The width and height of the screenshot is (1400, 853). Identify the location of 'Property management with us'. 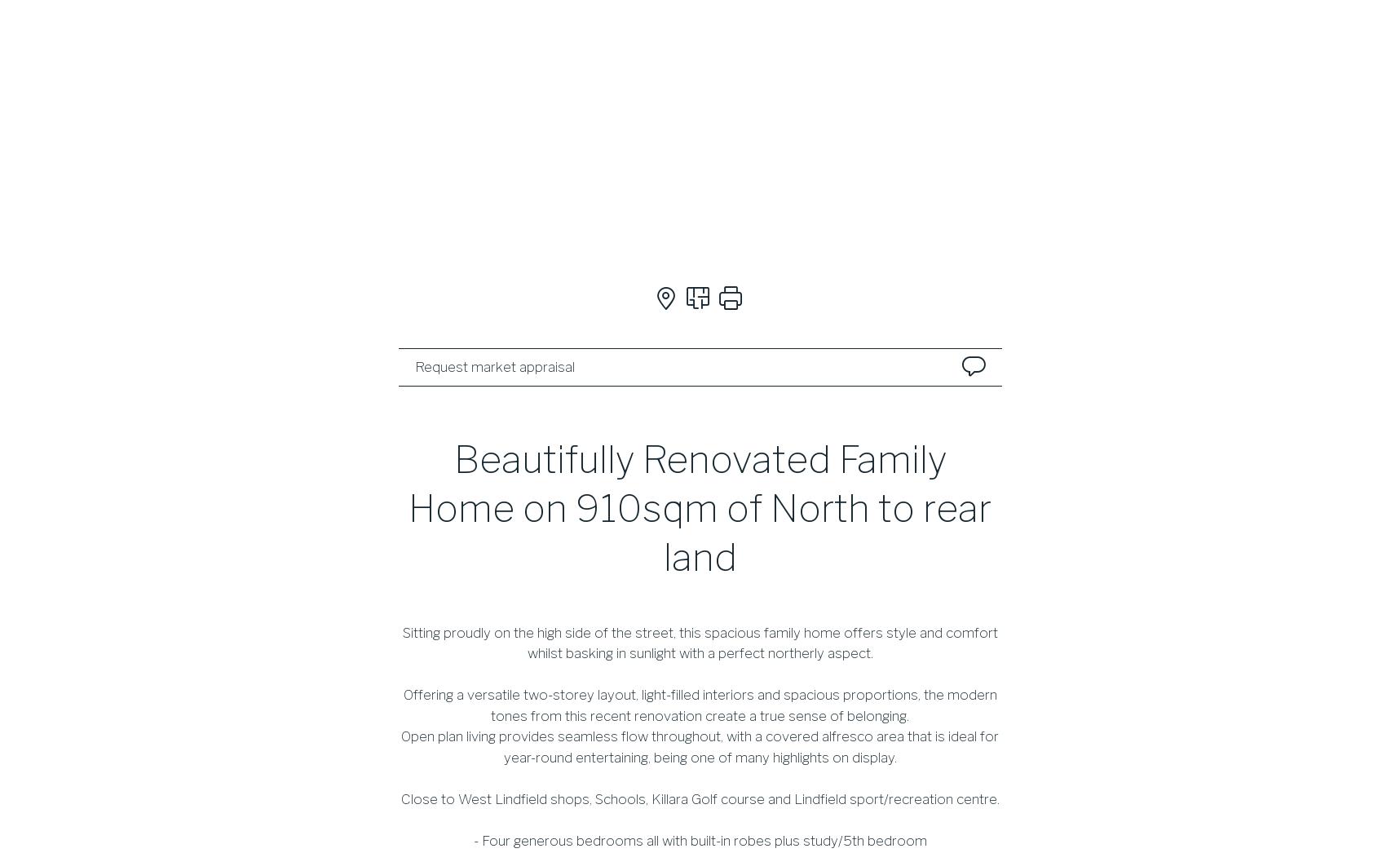
(832, 506).